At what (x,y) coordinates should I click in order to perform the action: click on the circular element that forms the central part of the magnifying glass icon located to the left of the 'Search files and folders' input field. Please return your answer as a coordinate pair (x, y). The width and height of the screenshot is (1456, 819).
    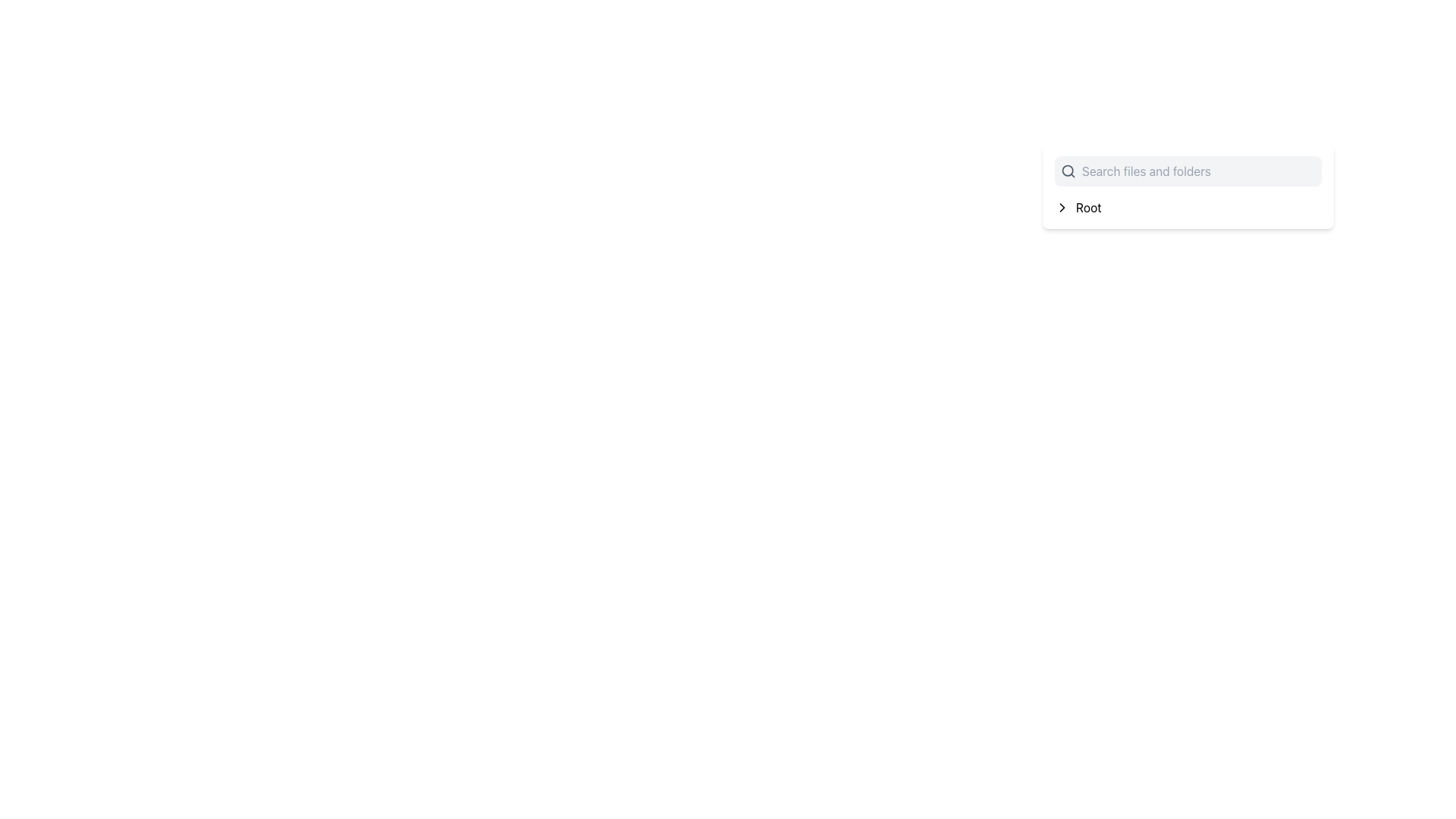
    Looking at the image, I should click on (1067, 171).